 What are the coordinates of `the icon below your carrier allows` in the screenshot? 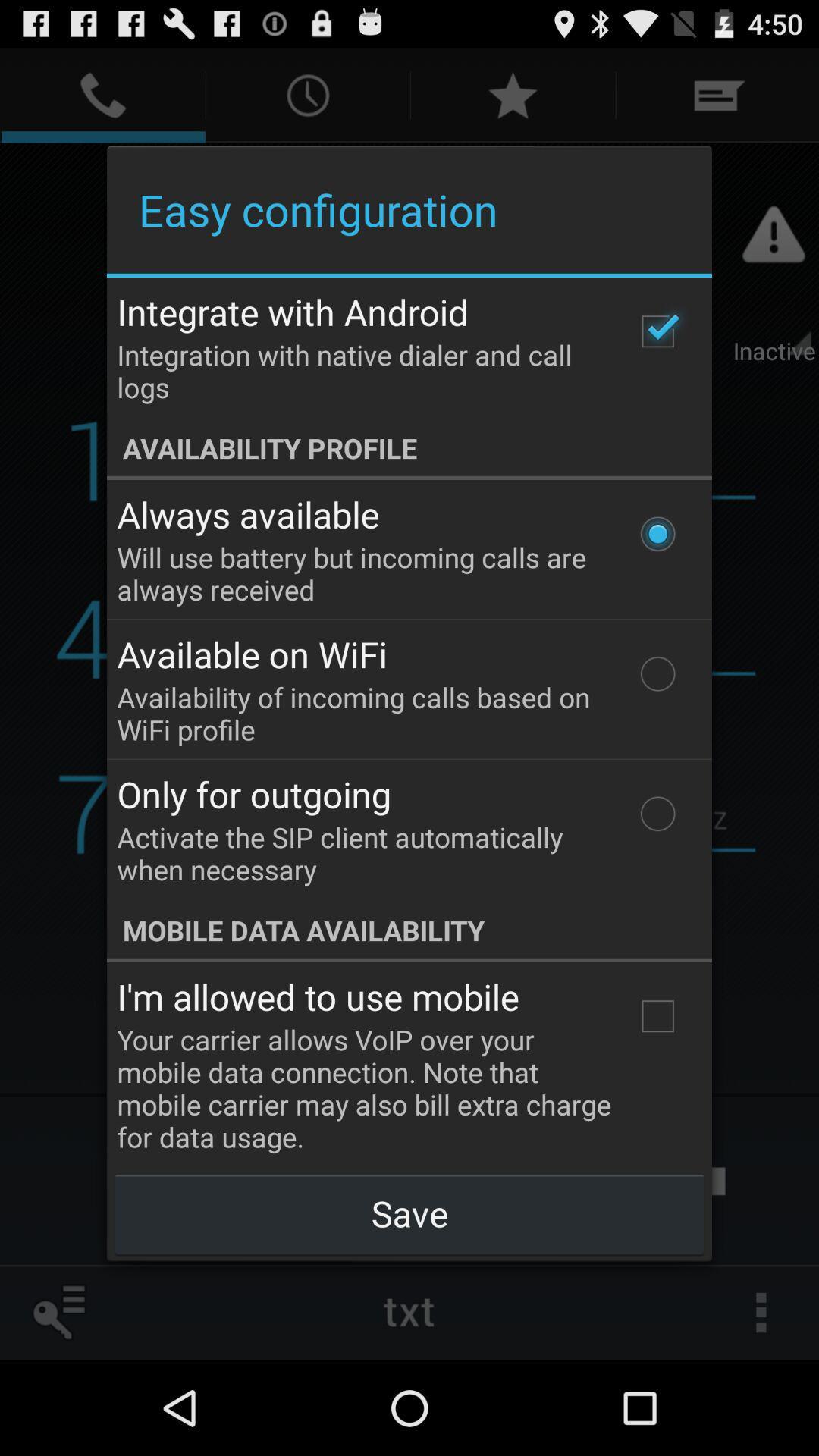 It's located at (409, 1213).